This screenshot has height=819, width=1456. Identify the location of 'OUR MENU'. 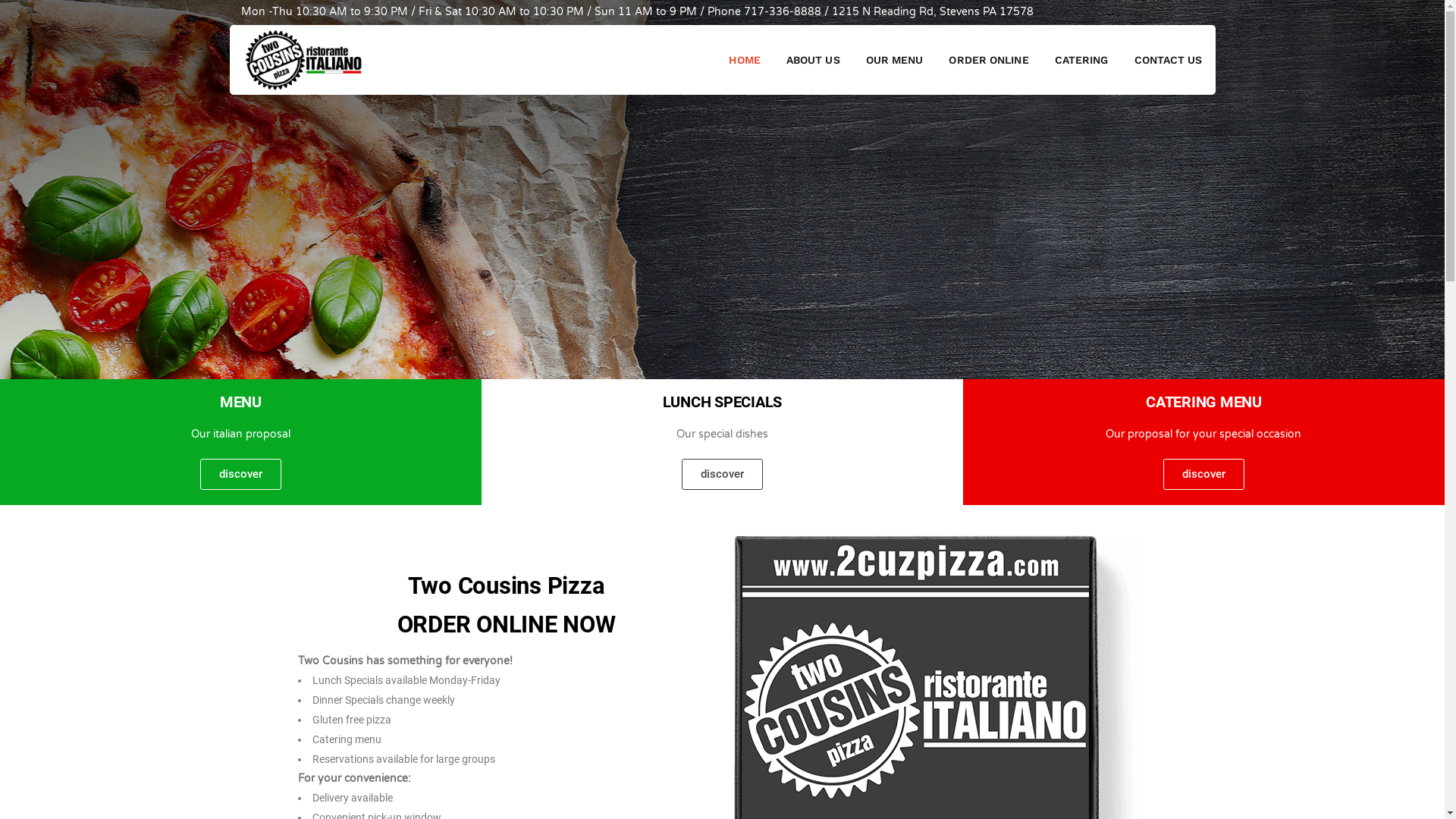
(852, 58).